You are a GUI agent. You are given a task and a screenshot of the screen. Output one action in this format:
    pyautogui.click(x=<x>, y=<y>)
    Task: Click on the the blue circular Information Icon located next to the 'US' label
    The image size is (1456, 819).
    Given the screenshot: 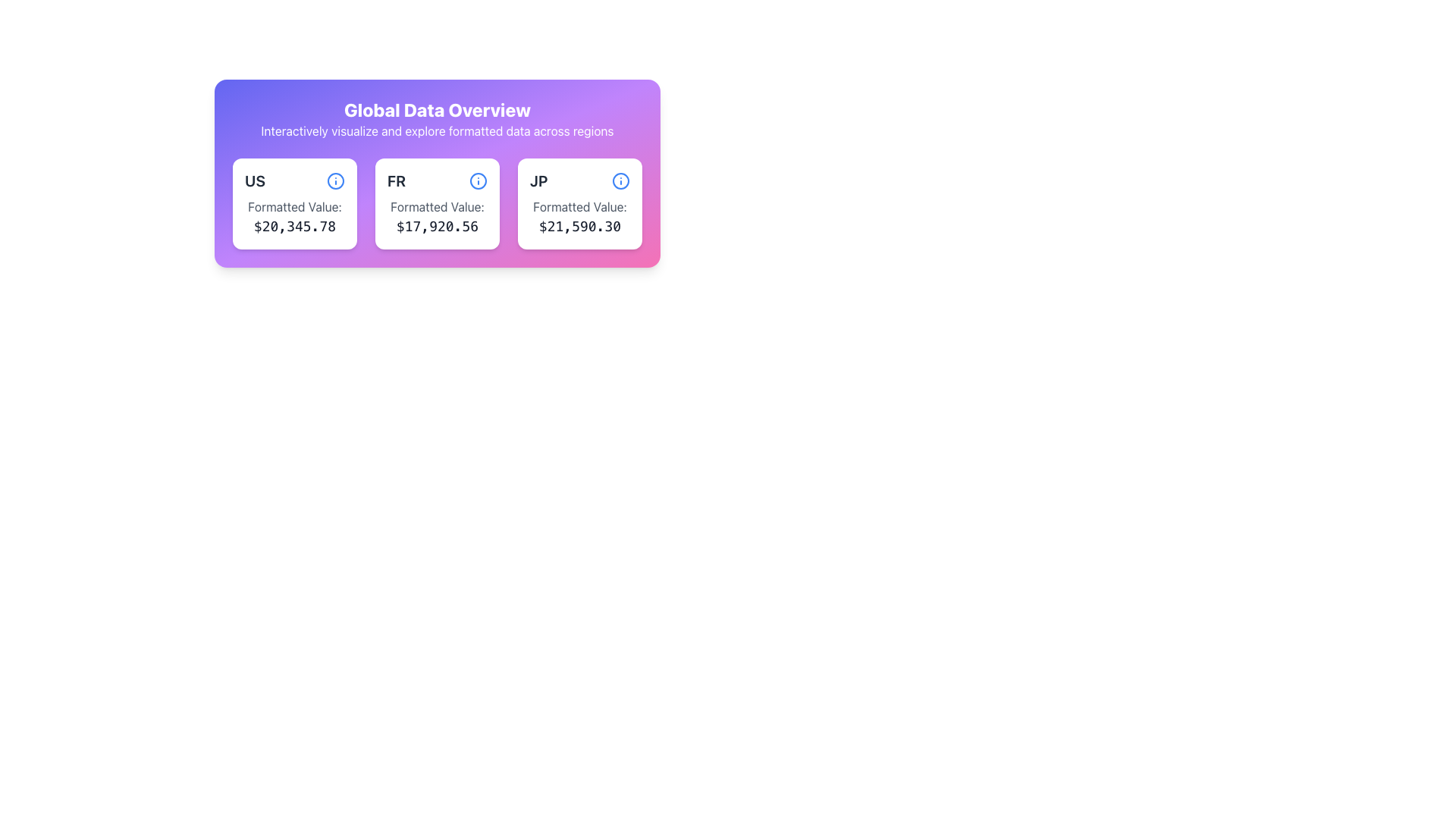 What is the action you would take?
    pyautogui.click(x=334, y=180)
    